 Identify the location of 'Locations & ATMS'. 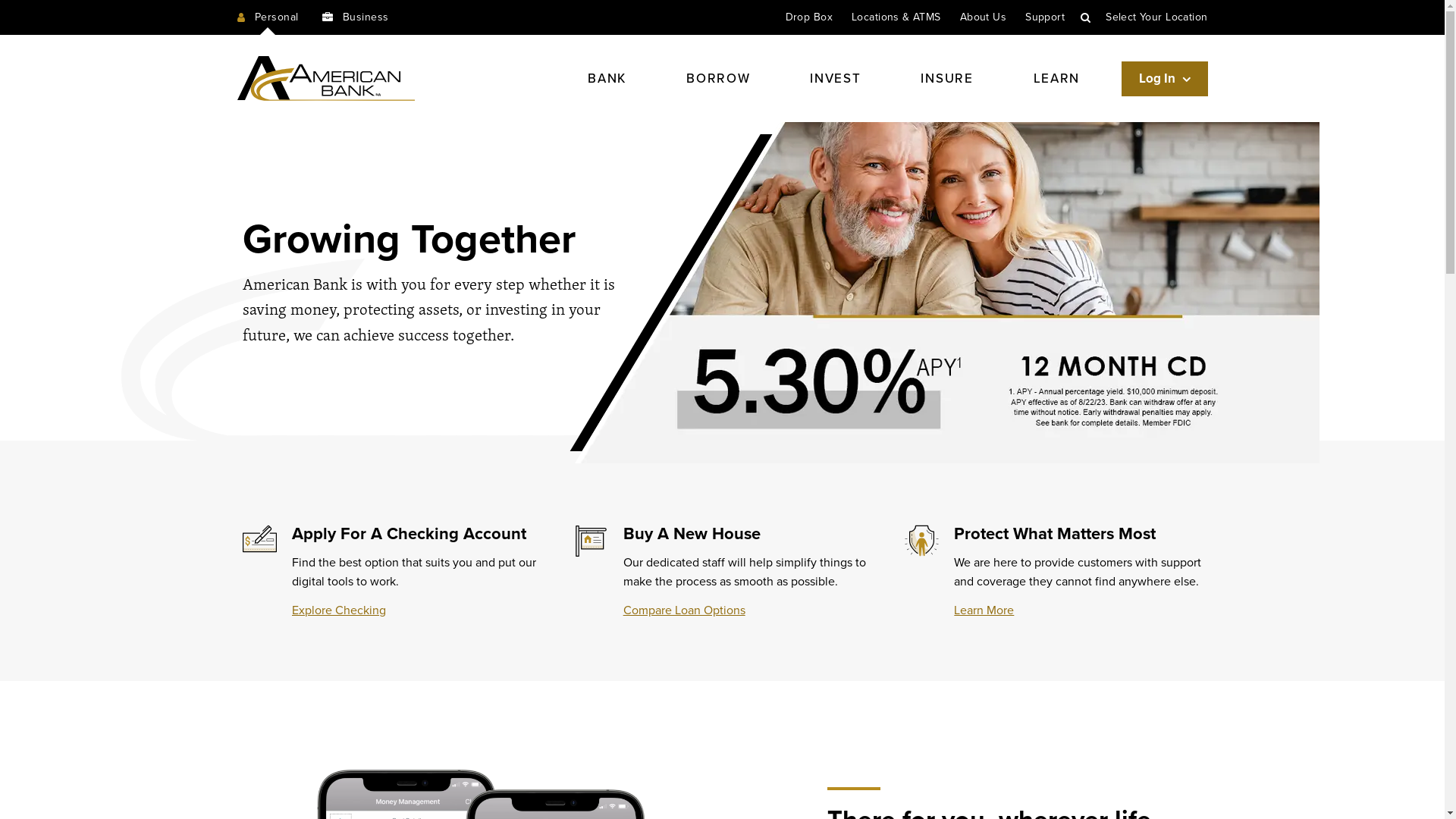
(896, 17).